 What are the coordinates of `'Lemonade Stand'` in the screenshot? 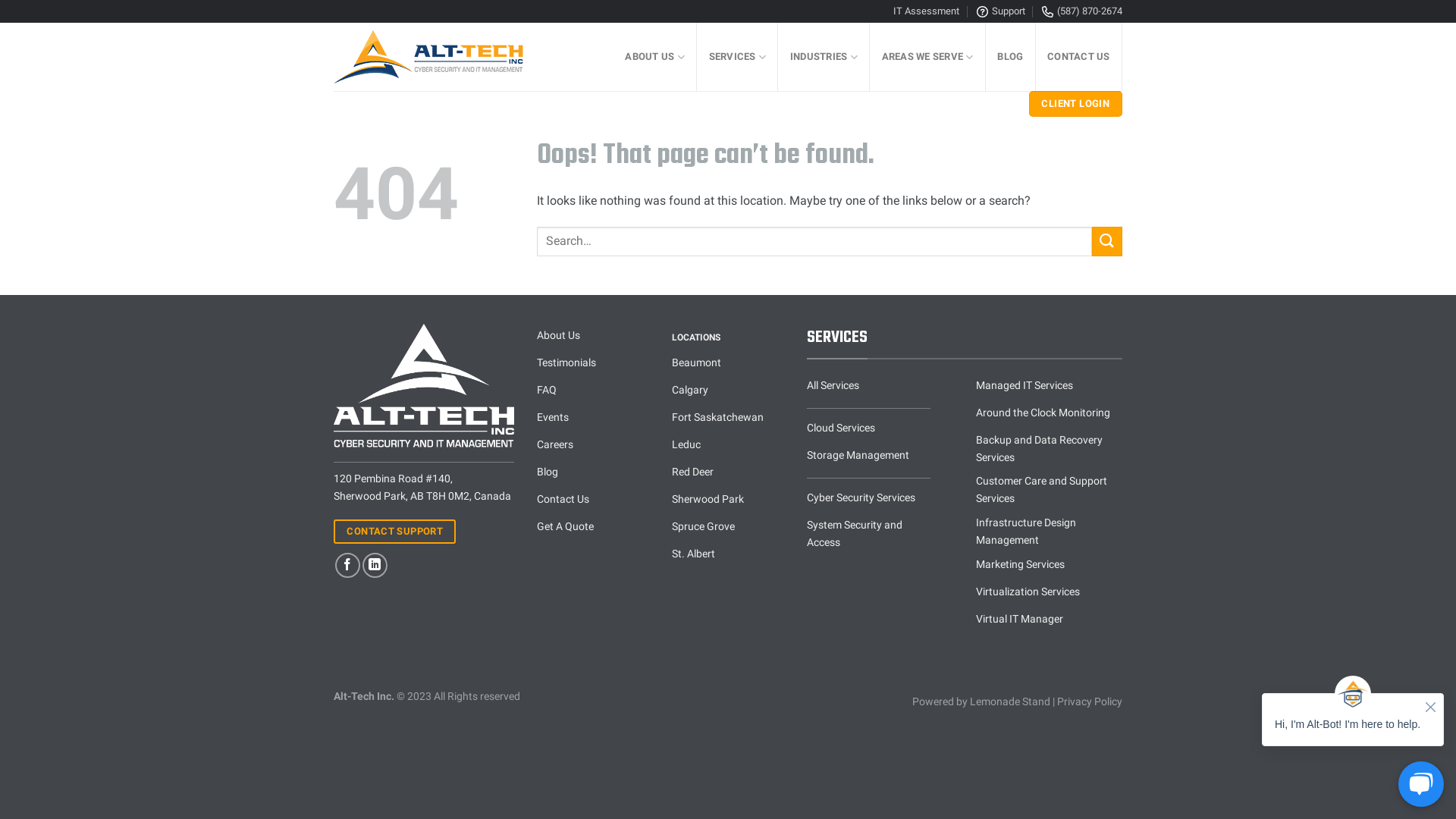 It's located at (968, 701).